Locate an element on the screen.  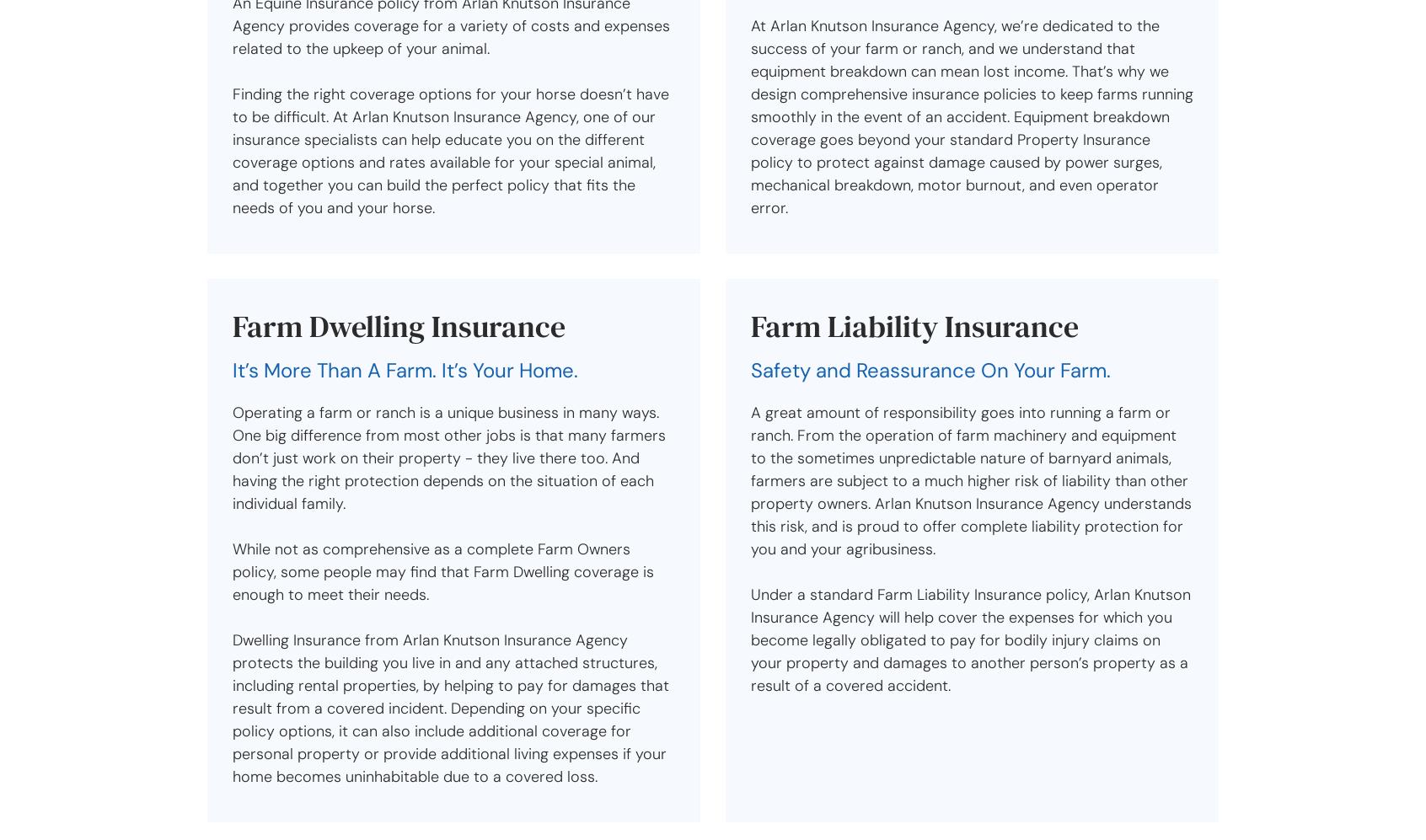
'While not as comprehensive as a complete Farm Owners policy, some people may find that Farm Dwelling coverage is enough to meet their needs.' is located at coordinates (443, 571).